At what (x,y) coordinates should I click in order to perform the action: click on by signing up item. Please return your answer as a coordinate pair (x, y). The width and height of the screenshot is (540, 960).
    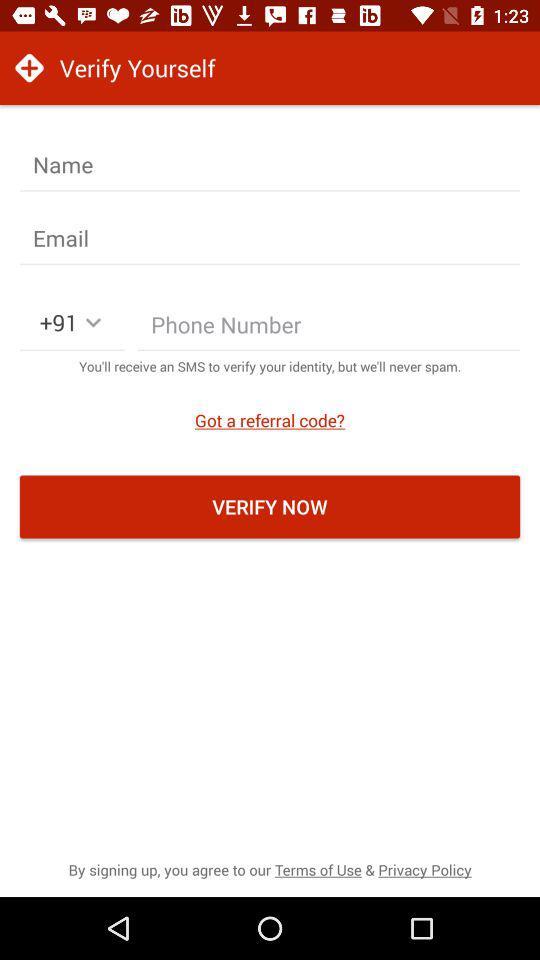
    Looking at the image, I should click on (270, 868).